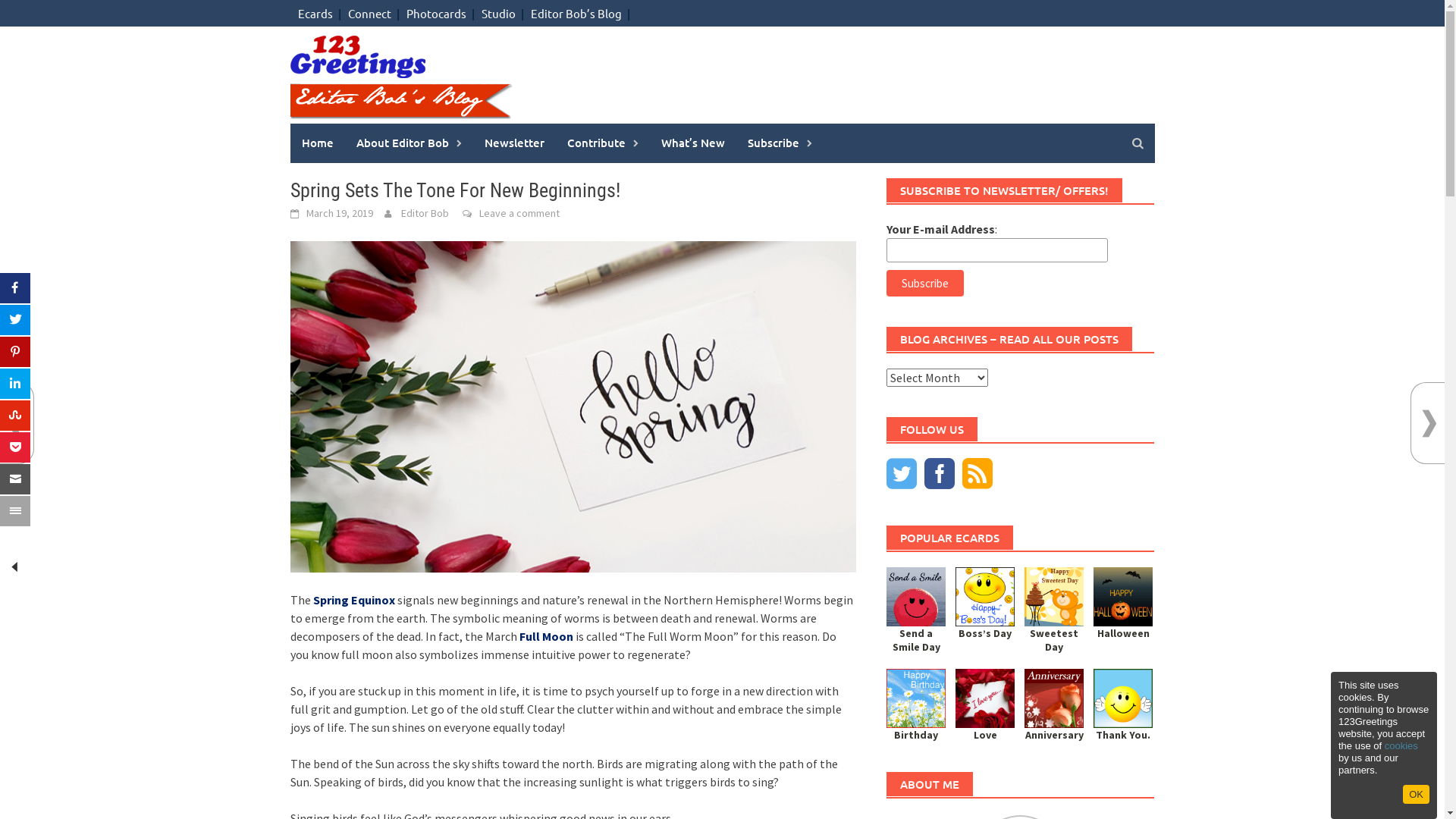  What do you see at coordinates (408, 143) in the screenshot?
I see `'About Editor Bob'` at bounding box center [408, 143].